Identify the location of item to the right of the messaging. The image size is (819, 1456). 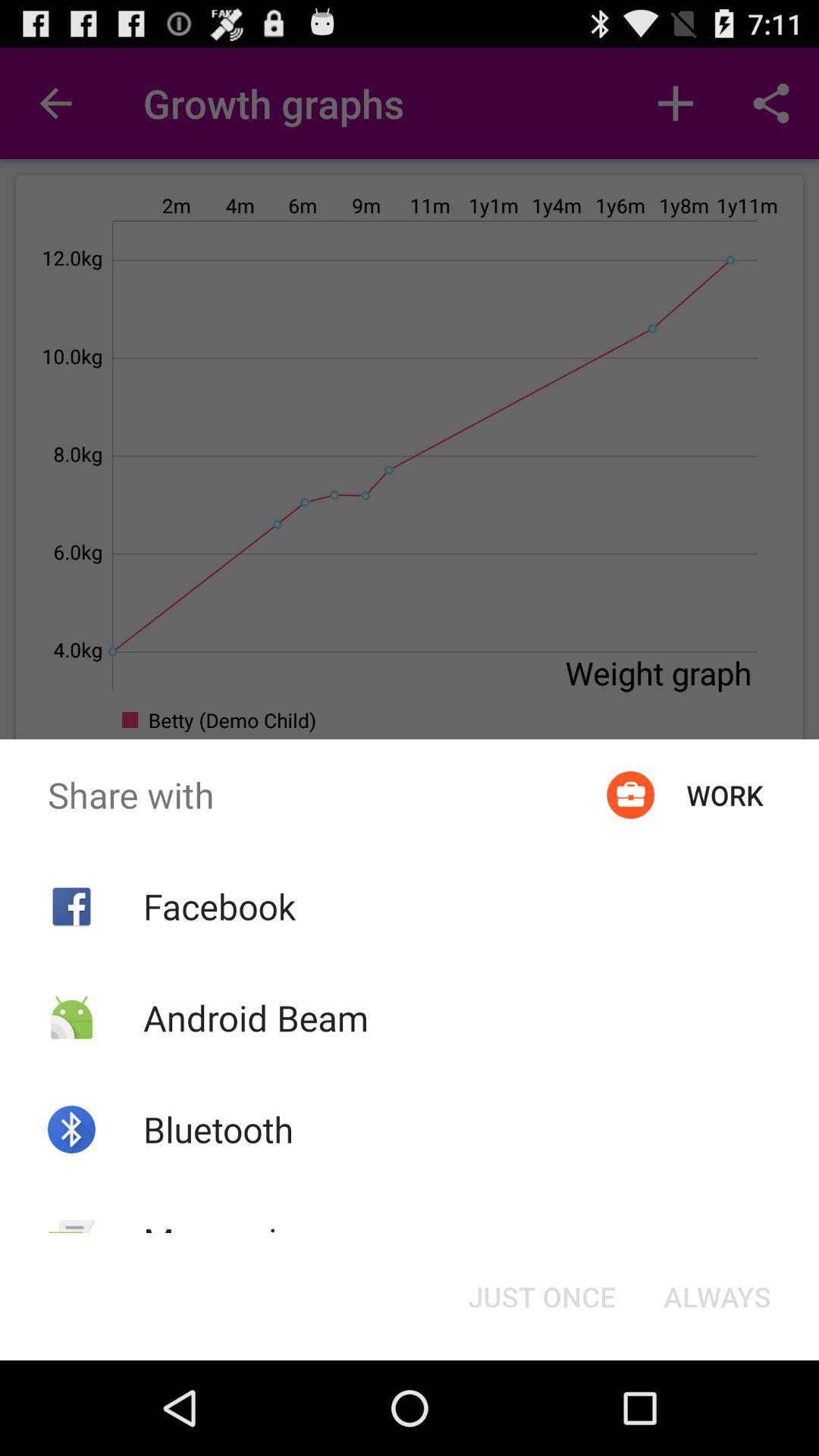
(541, 1295).